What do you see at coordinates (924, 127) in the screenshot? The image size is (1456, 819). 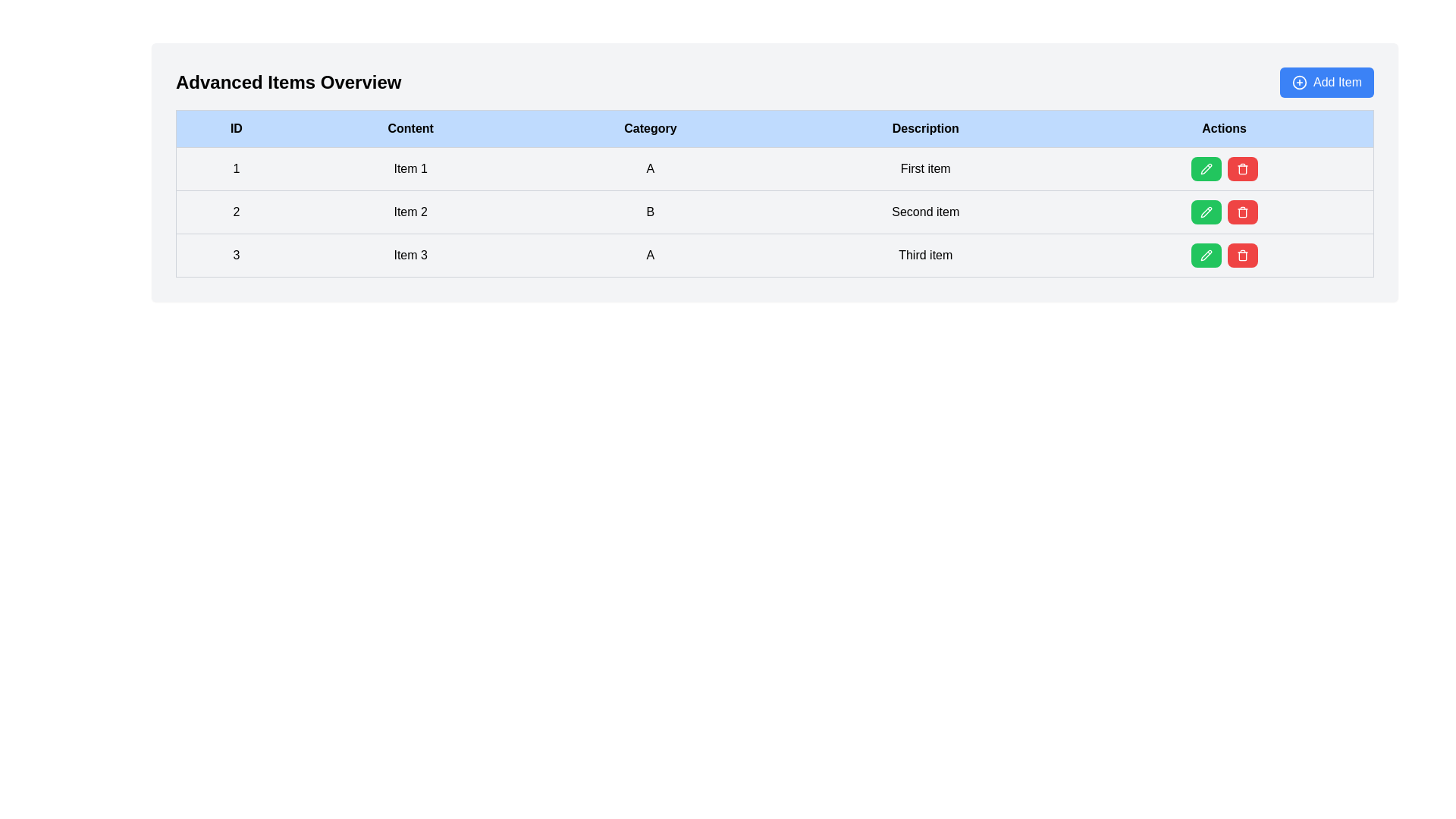 I see `the table header cell labeled 'Description', which has a light blue background and black text, and is the fourth column in the header row of the table` at bounding box center [924, 127].